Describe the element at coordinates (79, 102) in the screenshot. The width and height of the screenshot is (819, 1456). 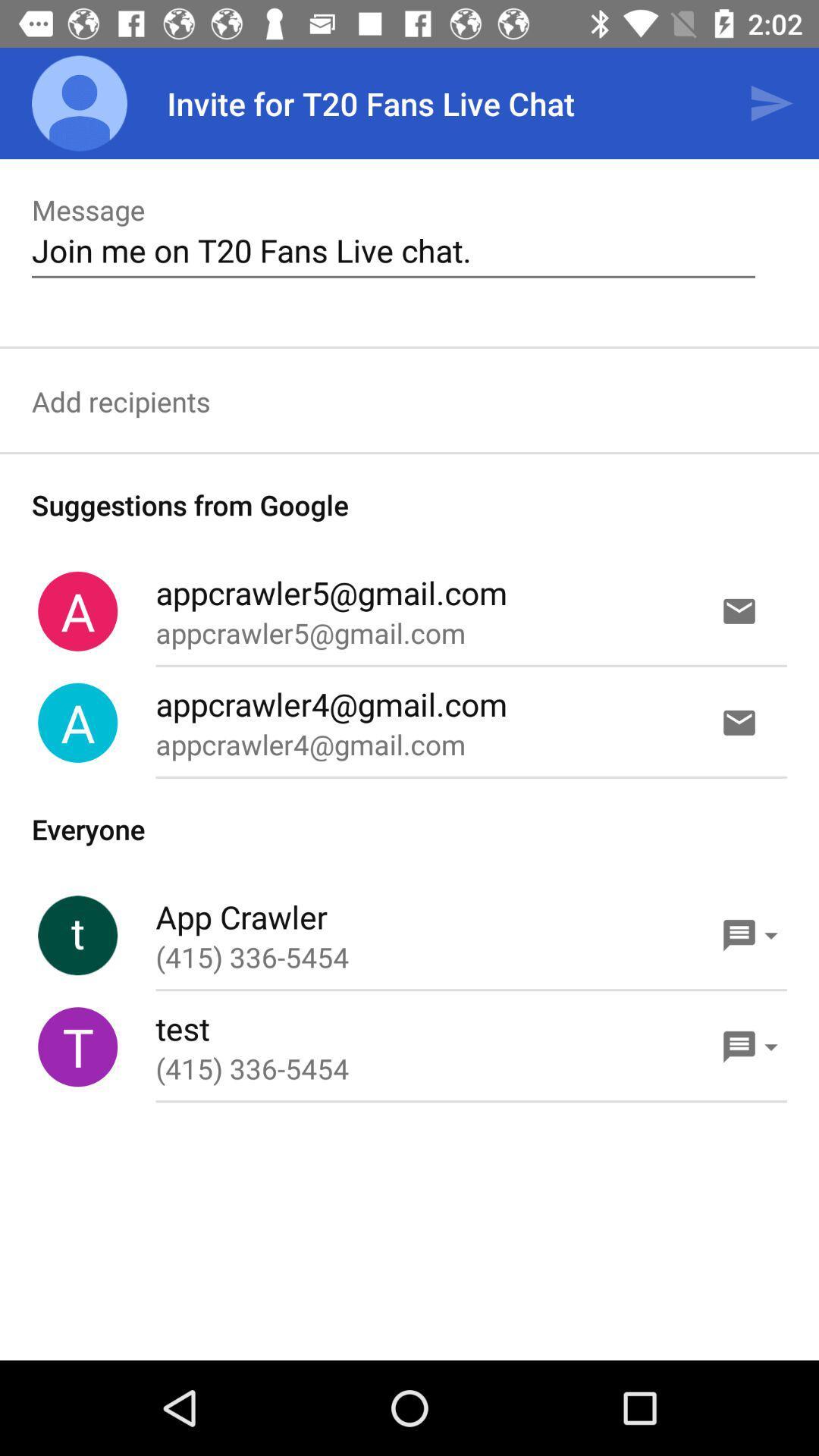
I see `icon to the left of the invite for t20 item` at that location.